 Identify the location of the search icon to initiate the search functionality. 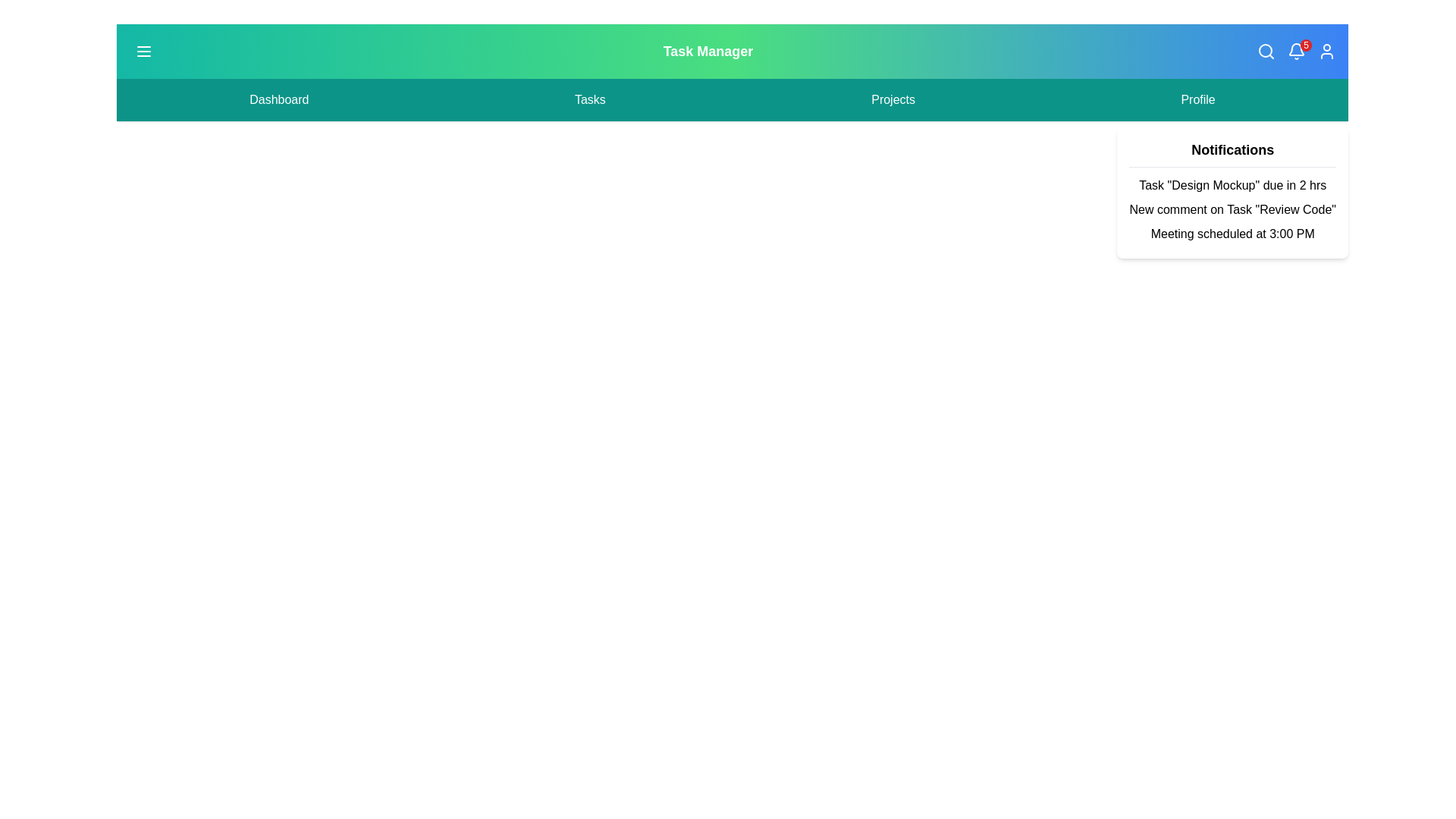
(1266, 51).